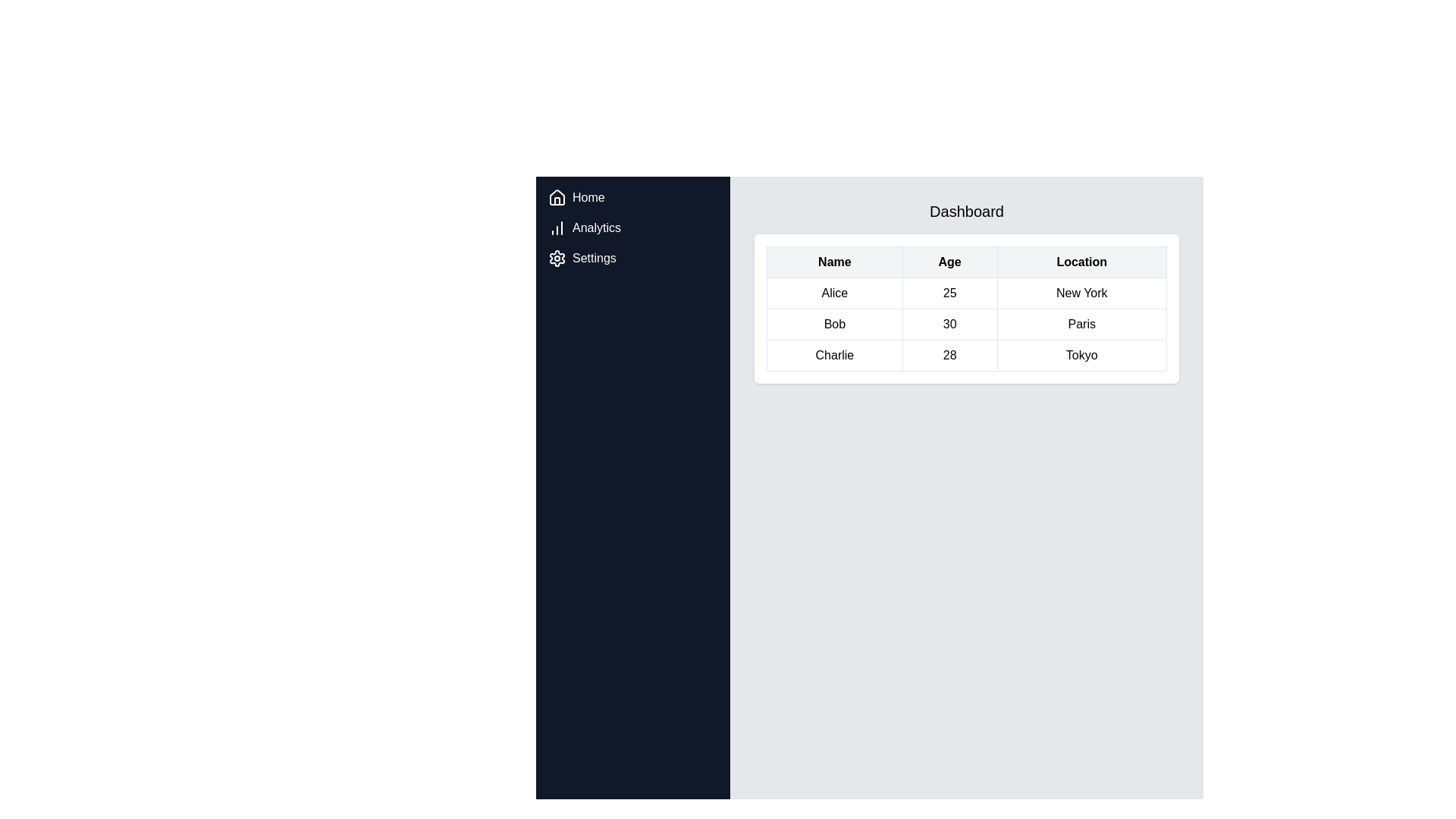 The height and width of the screenshot is (819, 1456). I want to click on the label with the text 'Name', which is styled with a light gray background and is the first item in a horizontal row of three labels in the header of a table, so click(833, 262).